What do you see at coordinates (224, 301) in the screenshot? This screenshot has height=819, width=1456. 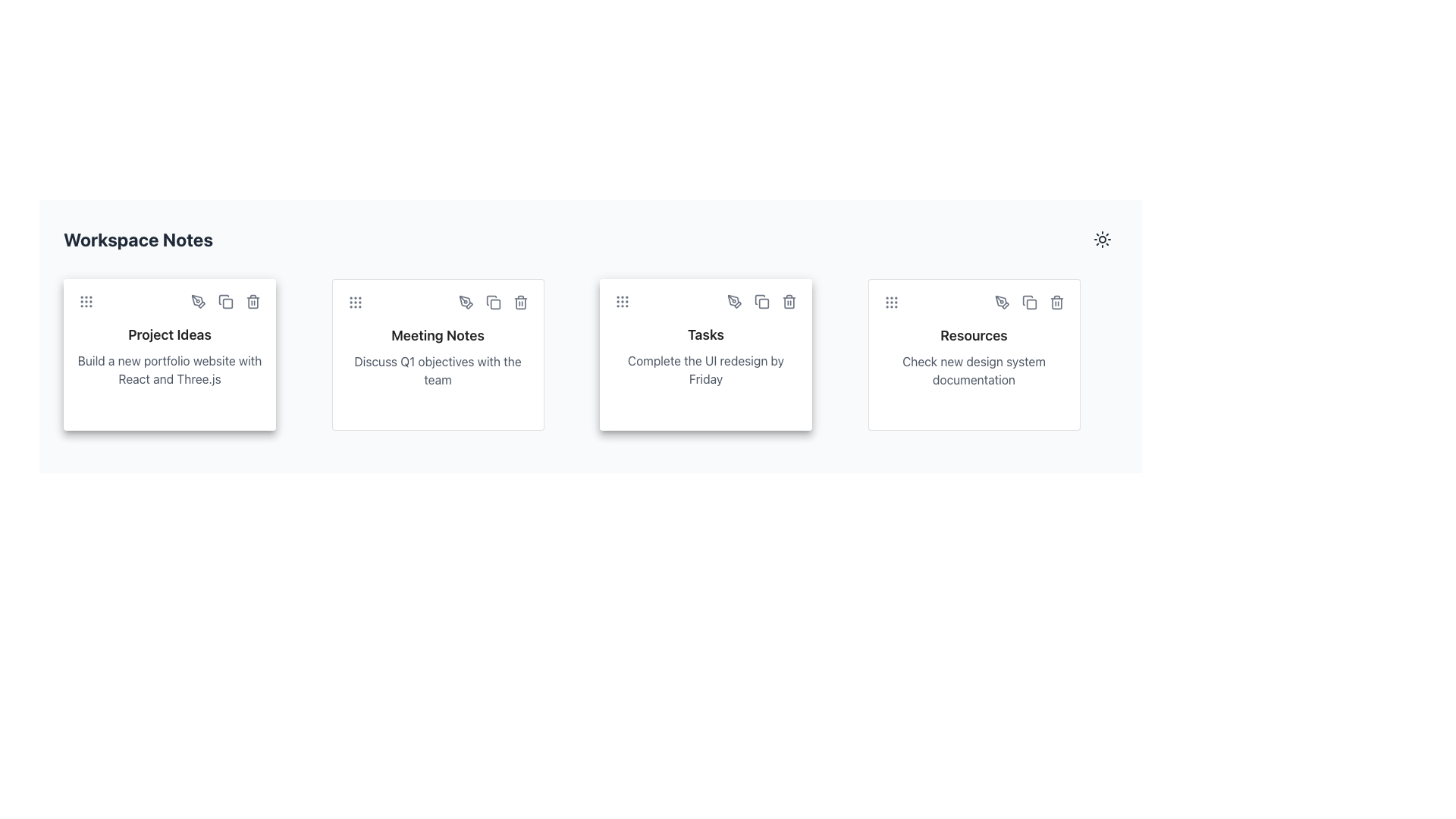 I see `the icon button located in the upper right of the 'Project Ideas' card to copy the content or title` at bounding box center [224, 301].